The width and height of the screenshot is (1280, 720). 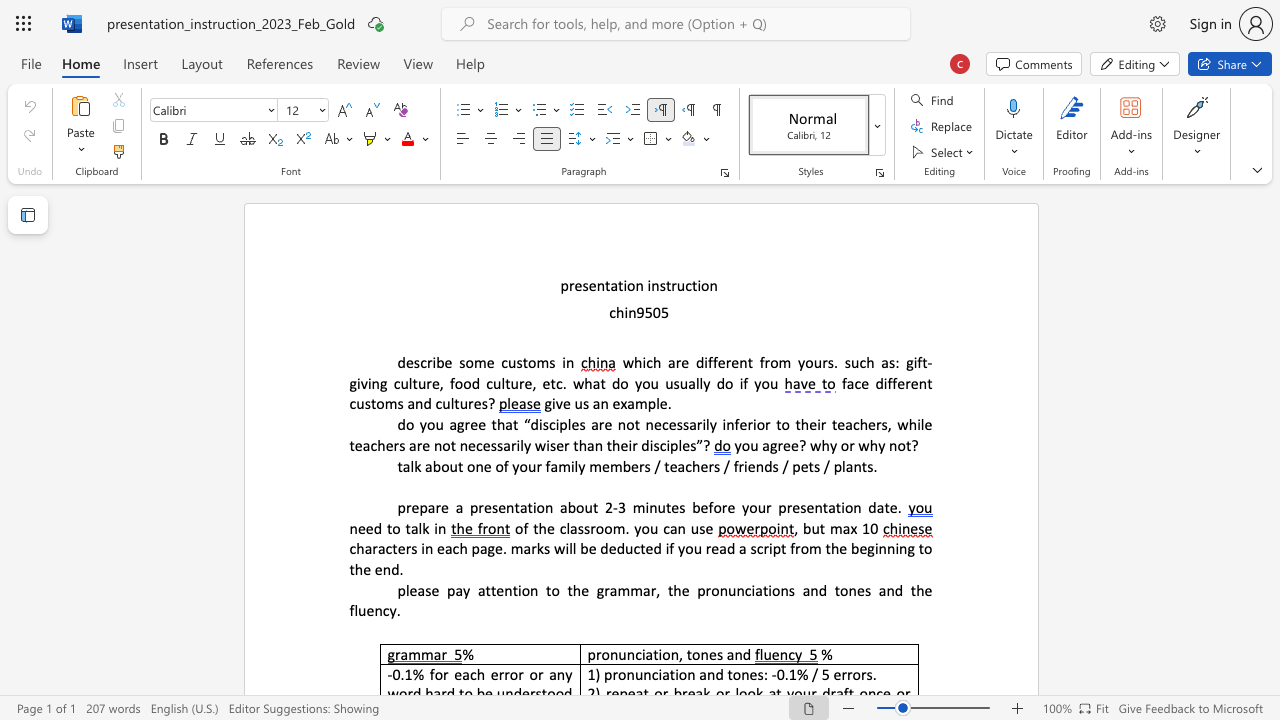 What do you see at coordinates (455, 403) in the screenshot?
I see `the 3th character "t" in the text` at bounding box center [455, 403].